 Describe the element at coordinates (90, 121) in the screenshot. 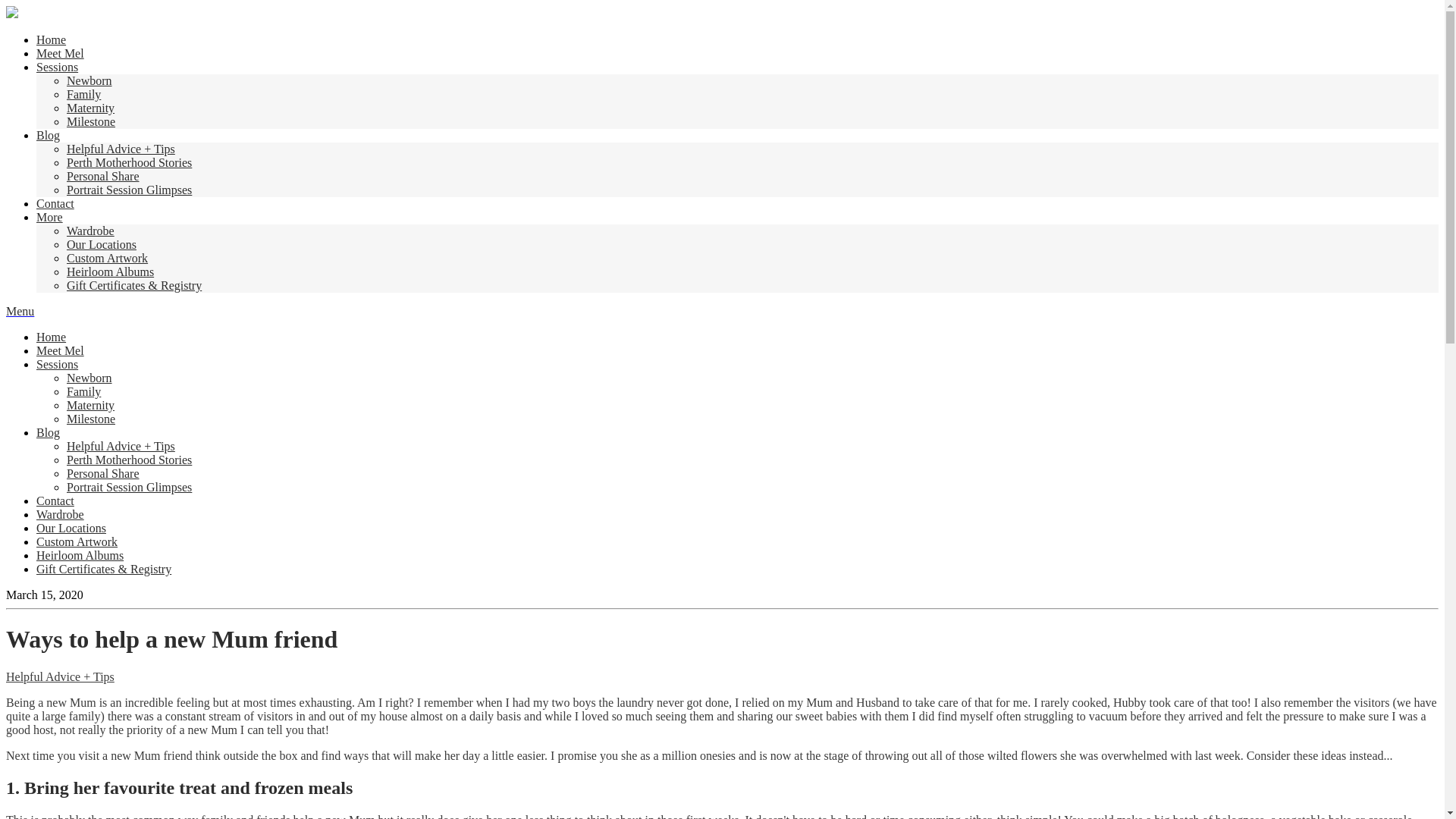

I see `'Milestone'` at that location.